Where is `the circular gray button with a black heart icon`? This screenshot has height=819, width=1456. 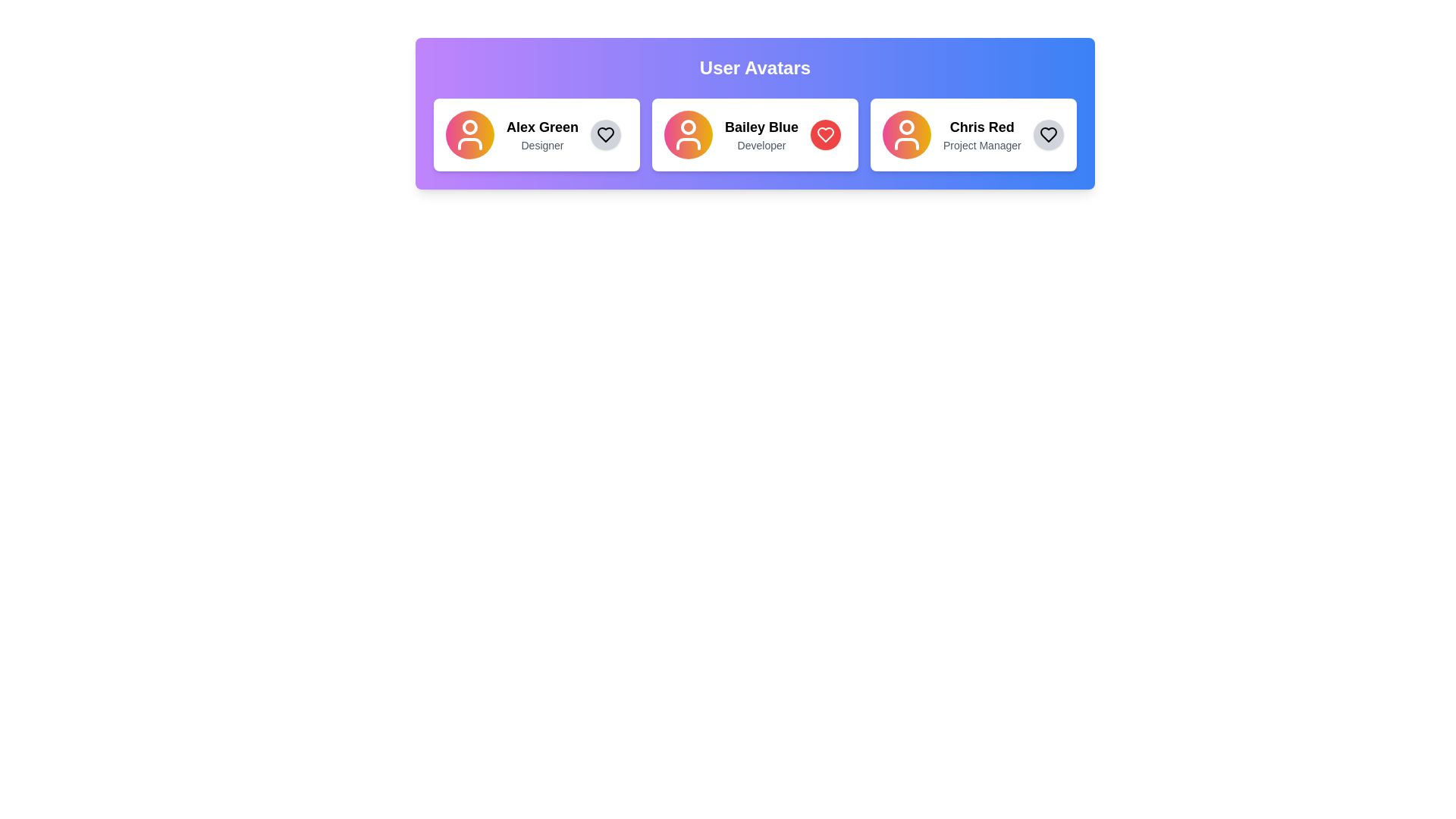 the circular gray button with a black heart icon is located at coordinates (1047, 133).